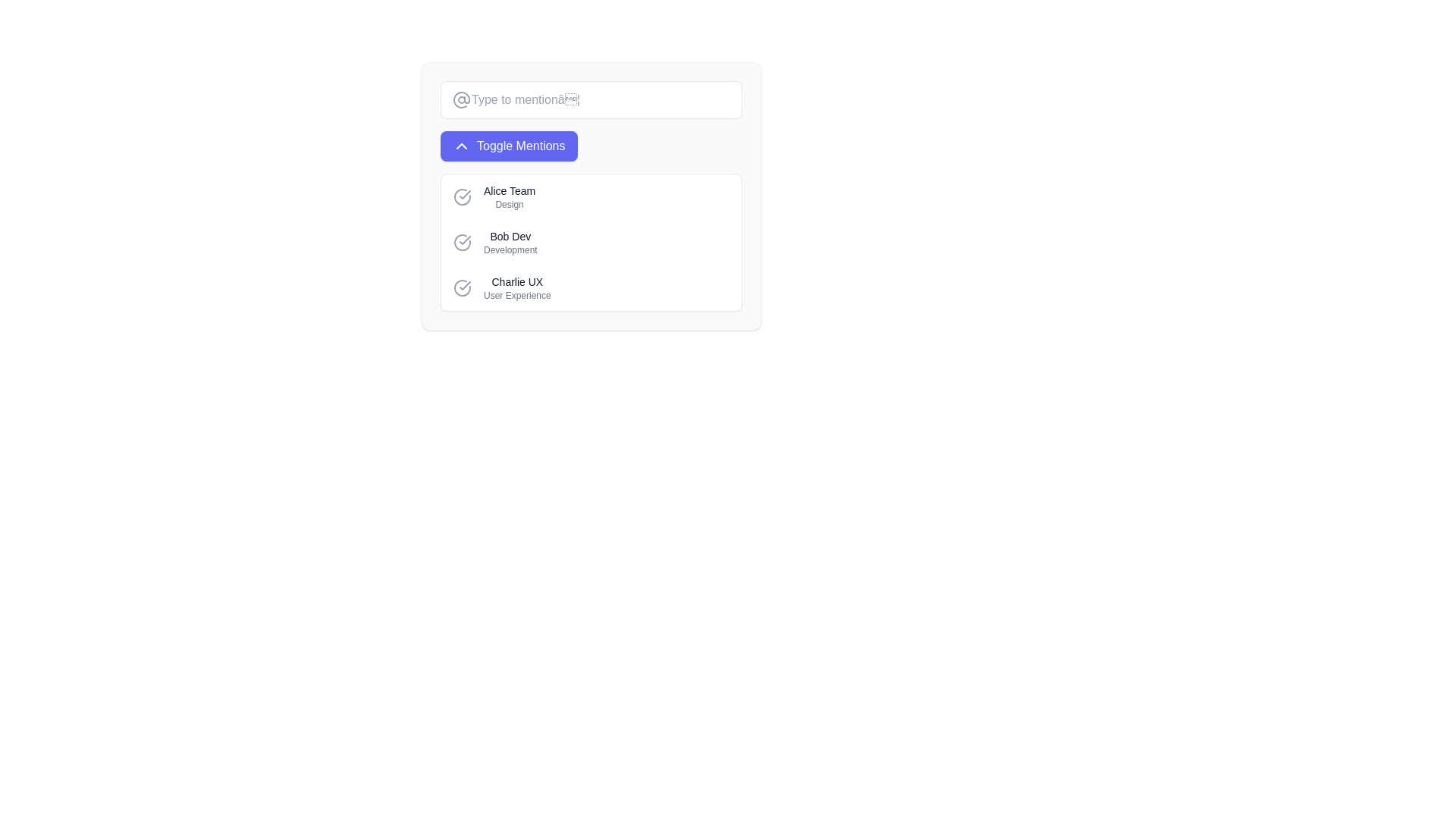  I want to click on the first list item labeled 'Alice Team', so click(510, 196).